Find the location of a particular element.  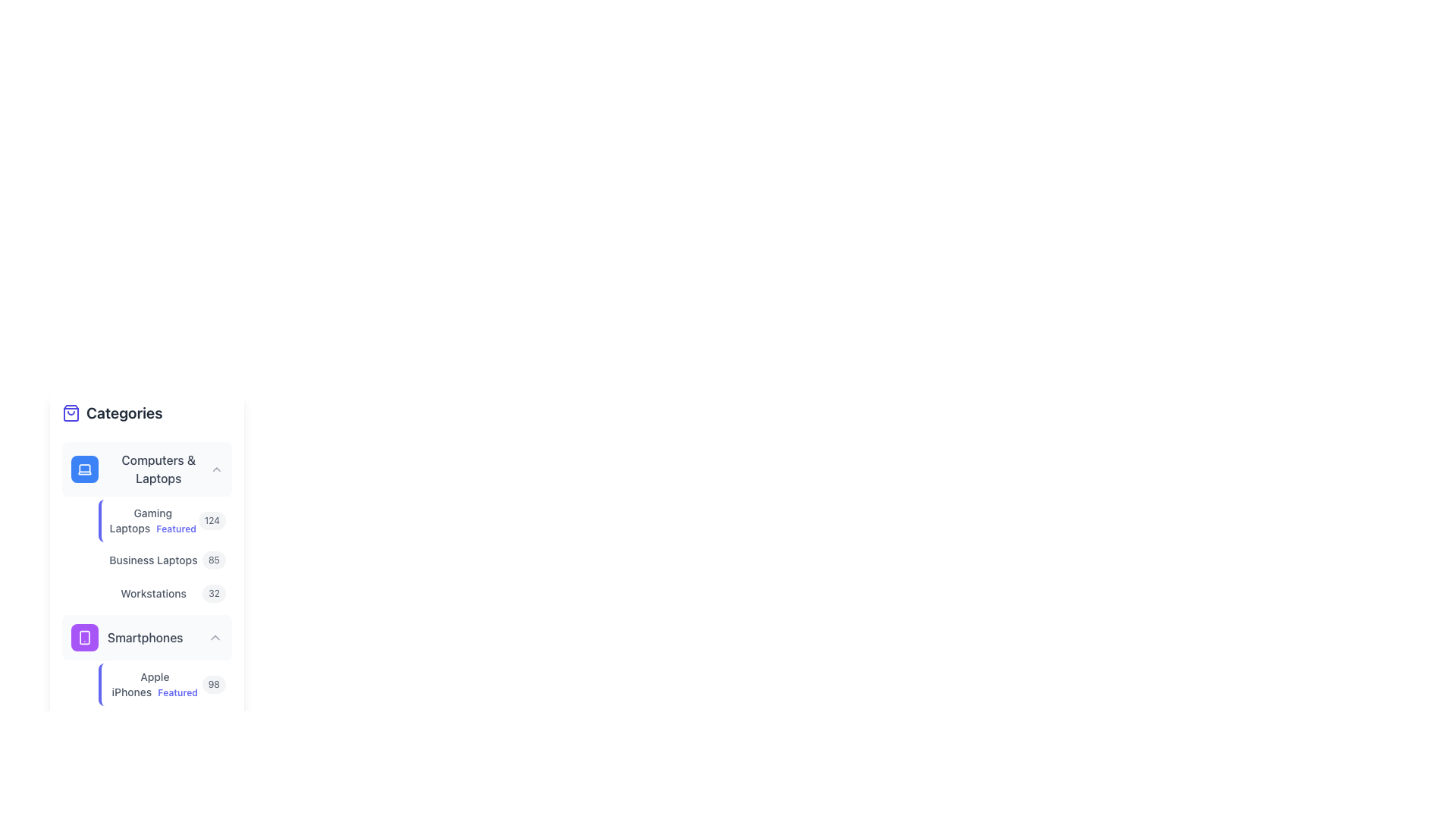

the Chevron icon that acts as a toggle for expanding or collapsing the 'Smartphones' section, located at the far-right next to the 'Smartphones' text and icon is located at coordinates (214, 637).